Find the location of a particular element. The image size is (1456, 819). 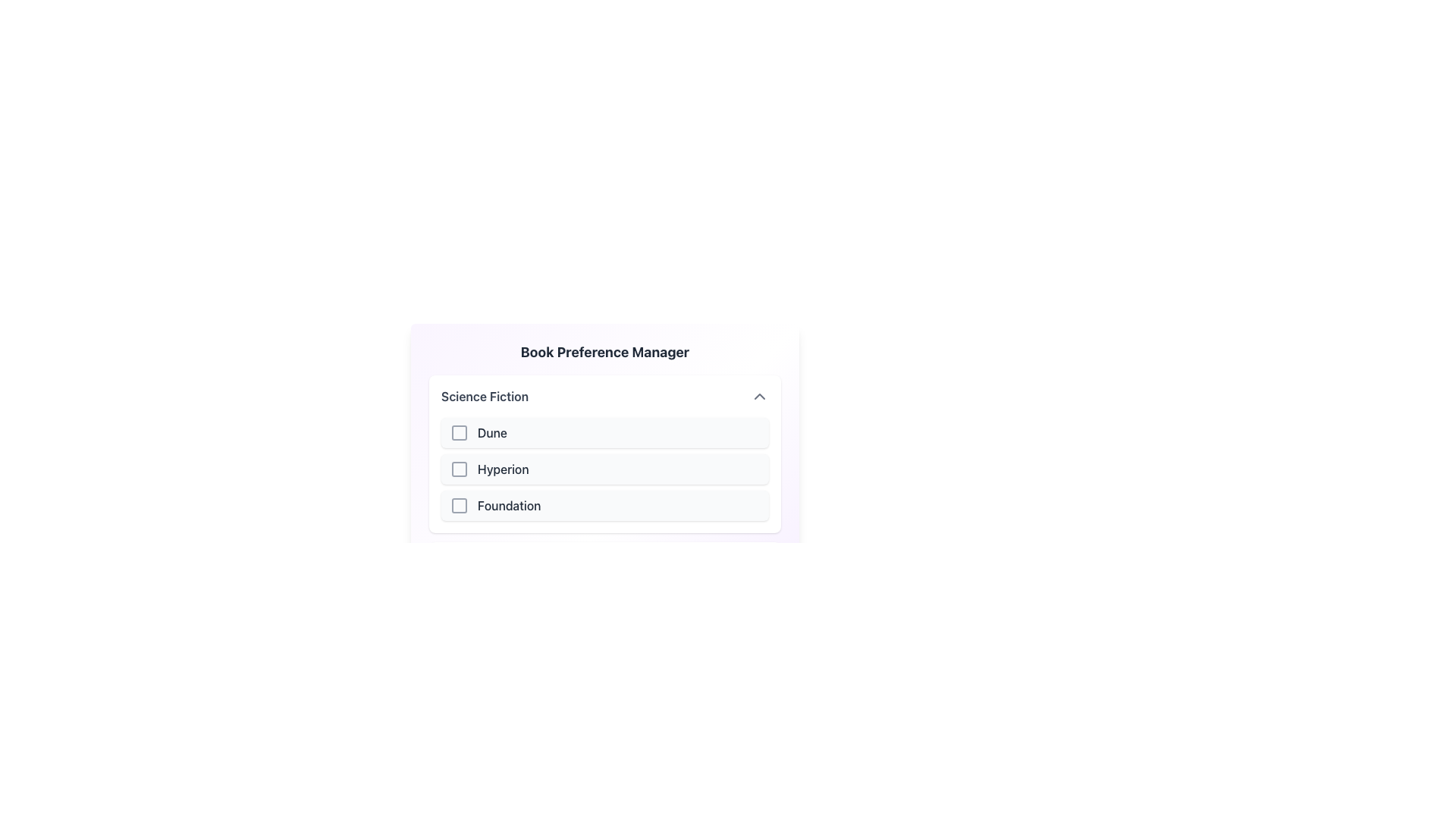

the gray rounded square checkbox located next to the 'Foundation' label in the 'Science Fiction' list is located at coordinates (458, 506).